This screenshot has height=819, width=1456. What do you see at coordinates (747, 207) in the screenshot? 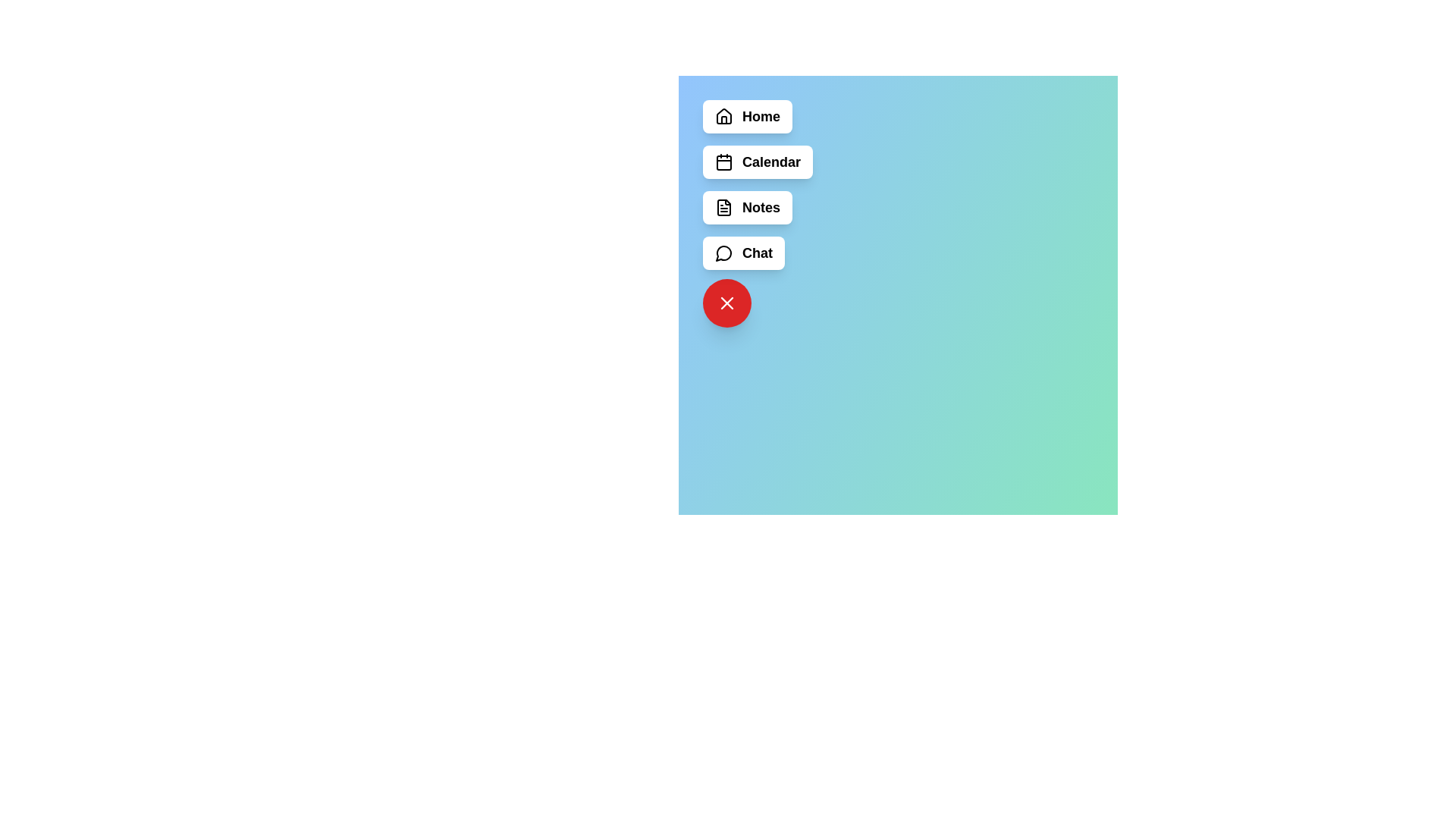
I see `the menu button labeled Notes to observe its hover effect` at bounding box center [747, 207].